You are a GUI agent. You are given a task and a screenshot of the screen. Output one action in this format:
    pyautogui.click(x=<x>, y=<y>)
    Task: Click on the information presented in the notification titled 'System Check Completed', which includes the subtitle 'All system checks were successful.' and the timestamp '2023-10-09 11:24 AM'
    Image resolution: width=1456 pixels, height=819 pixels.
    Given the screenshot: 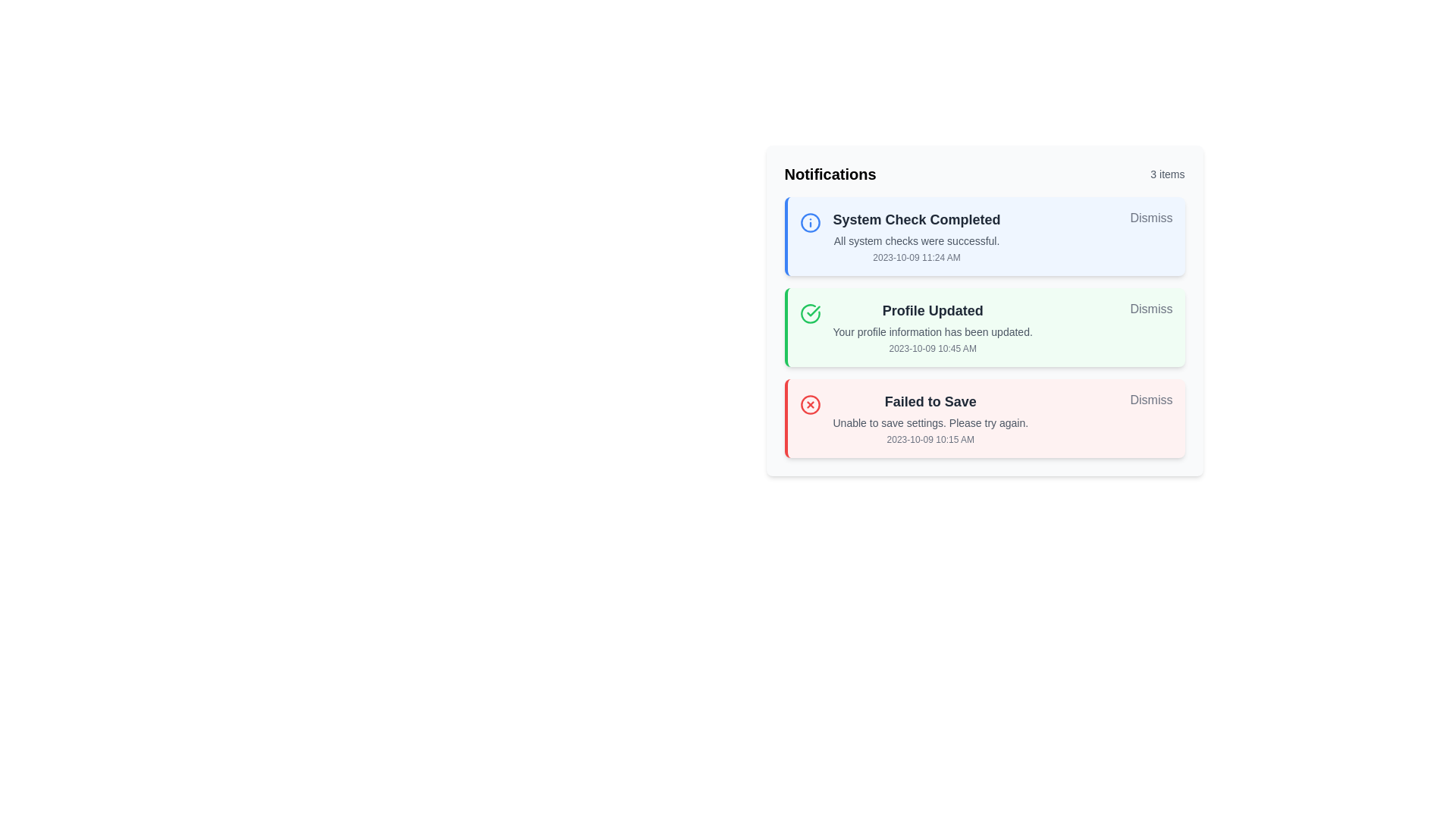 What is the action you would take?
    pyautogui.click(x=916, y=237)
    